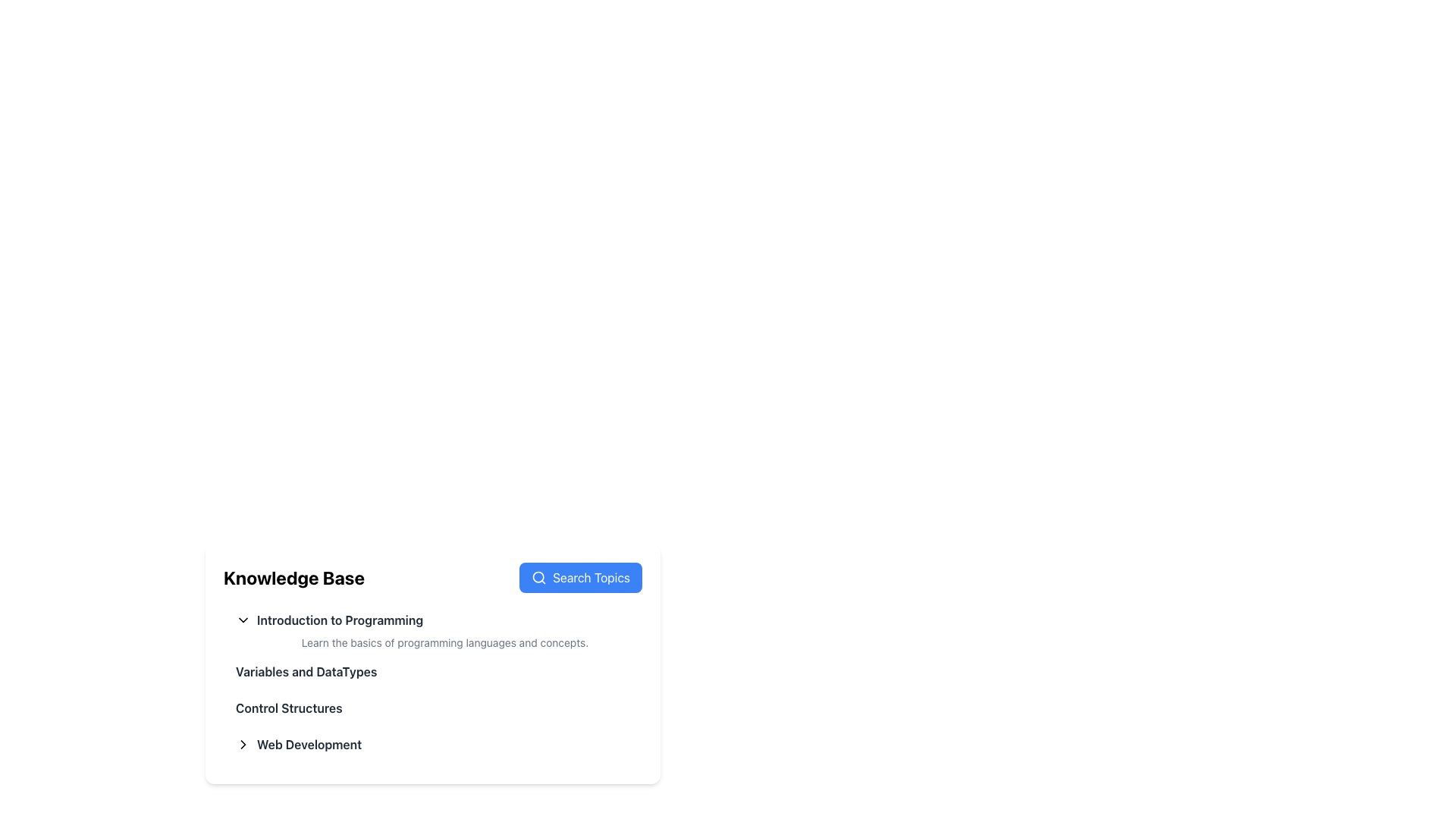 Image resolution: width=1456 pixels, height=819 pixels. Describe the element at coordinates (305, 671) in the screenshot. I see `the Navigational List Item labeled 'Variables and DataTypes'` at that location.